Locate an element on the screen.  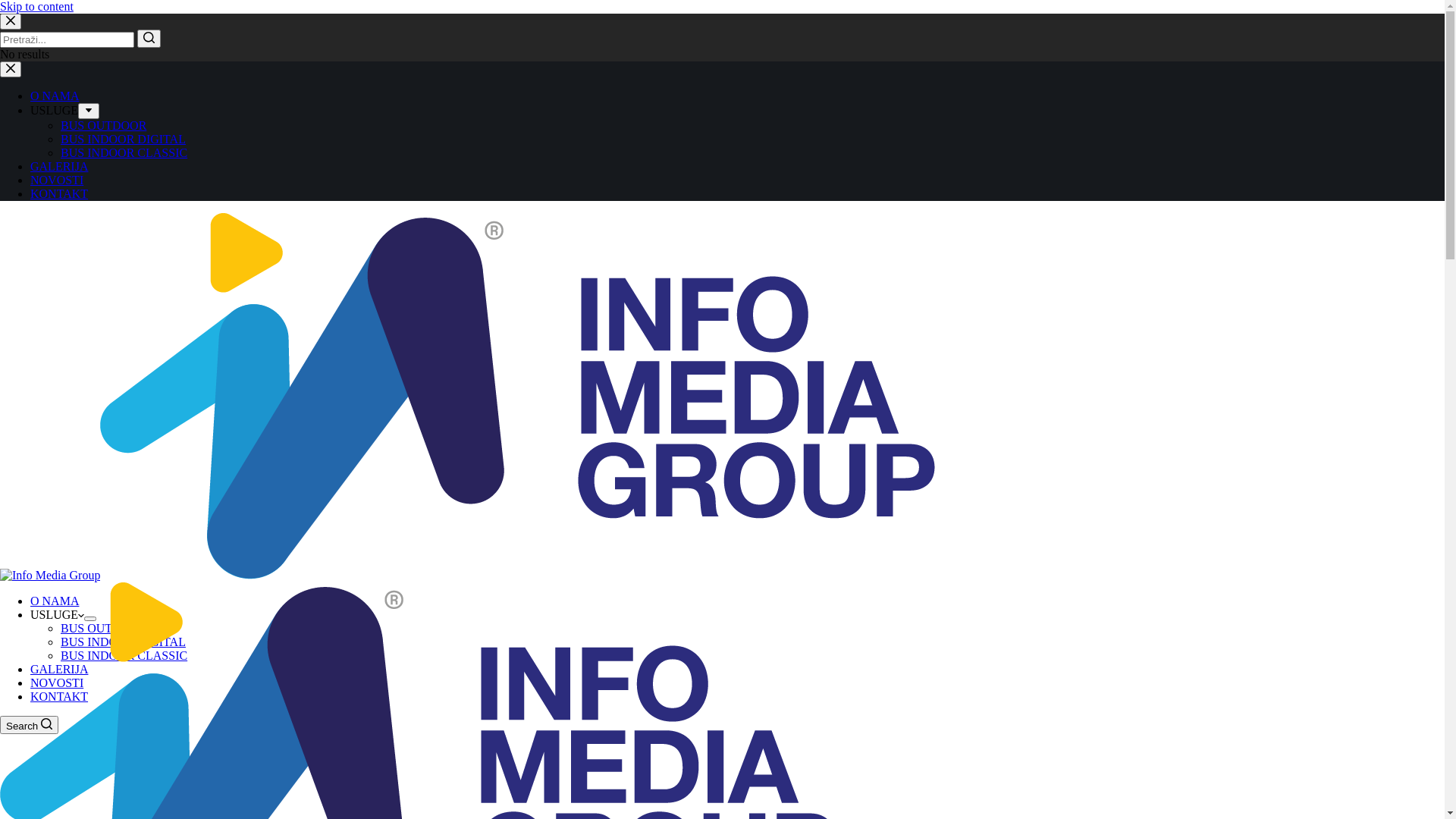
'GALERIJA' is located at coordinates (58, 668).